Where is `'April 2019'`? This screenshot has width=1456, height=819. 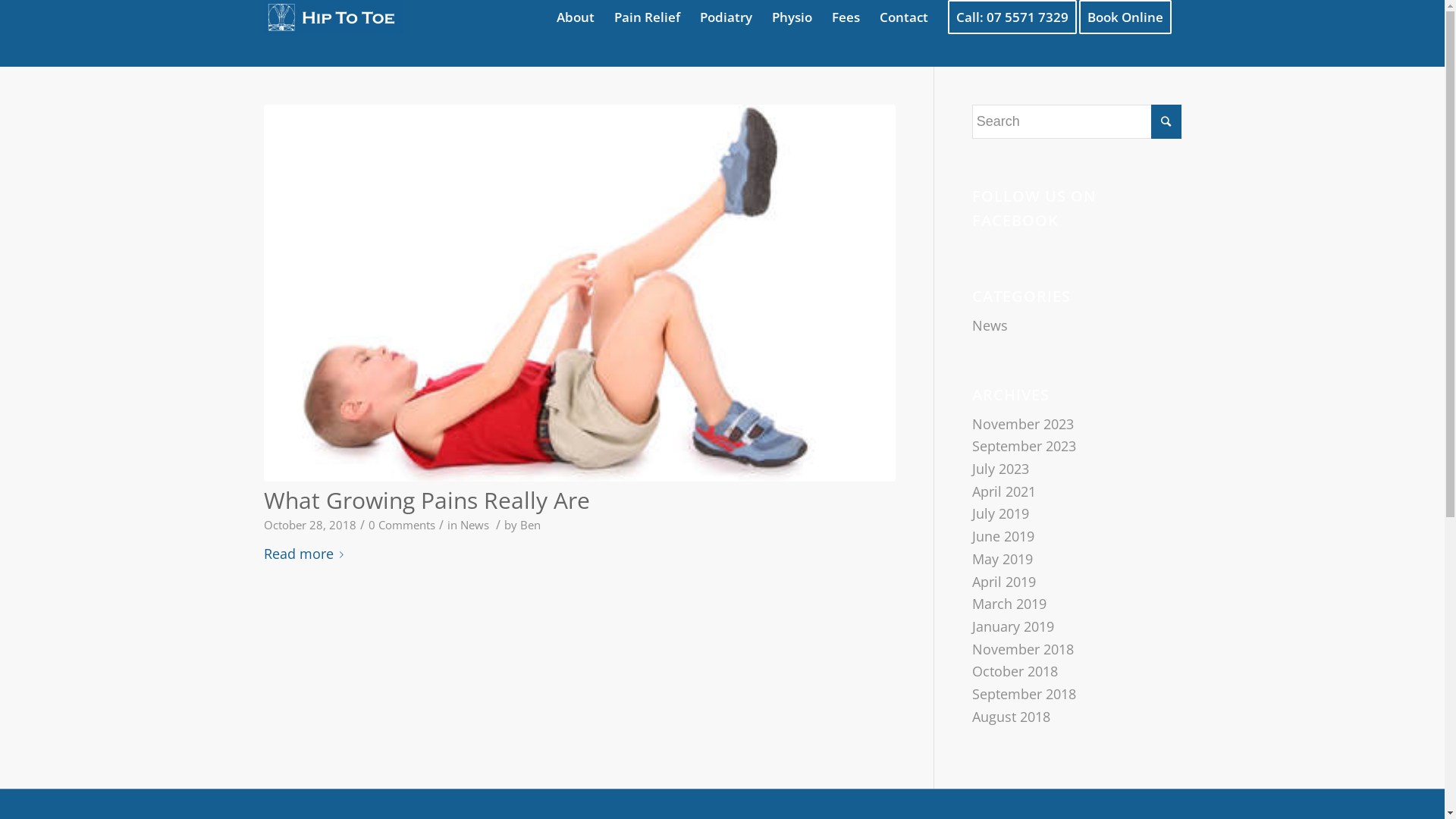 'April 2019' is located at coordinates (1004, 580).